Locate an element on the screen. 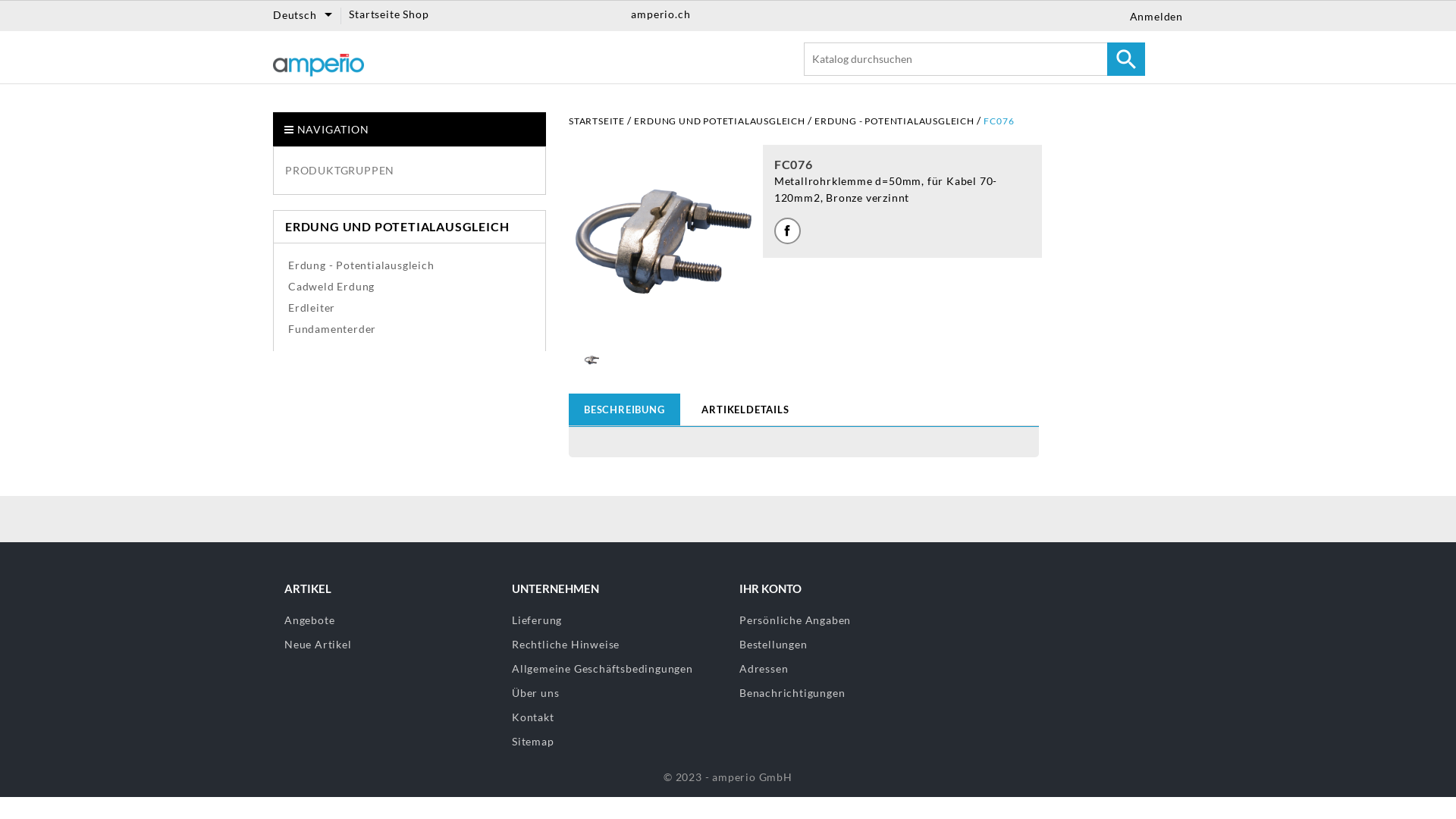  'Erdung - Potentialausgleich' is located at coordinates (360, 265).